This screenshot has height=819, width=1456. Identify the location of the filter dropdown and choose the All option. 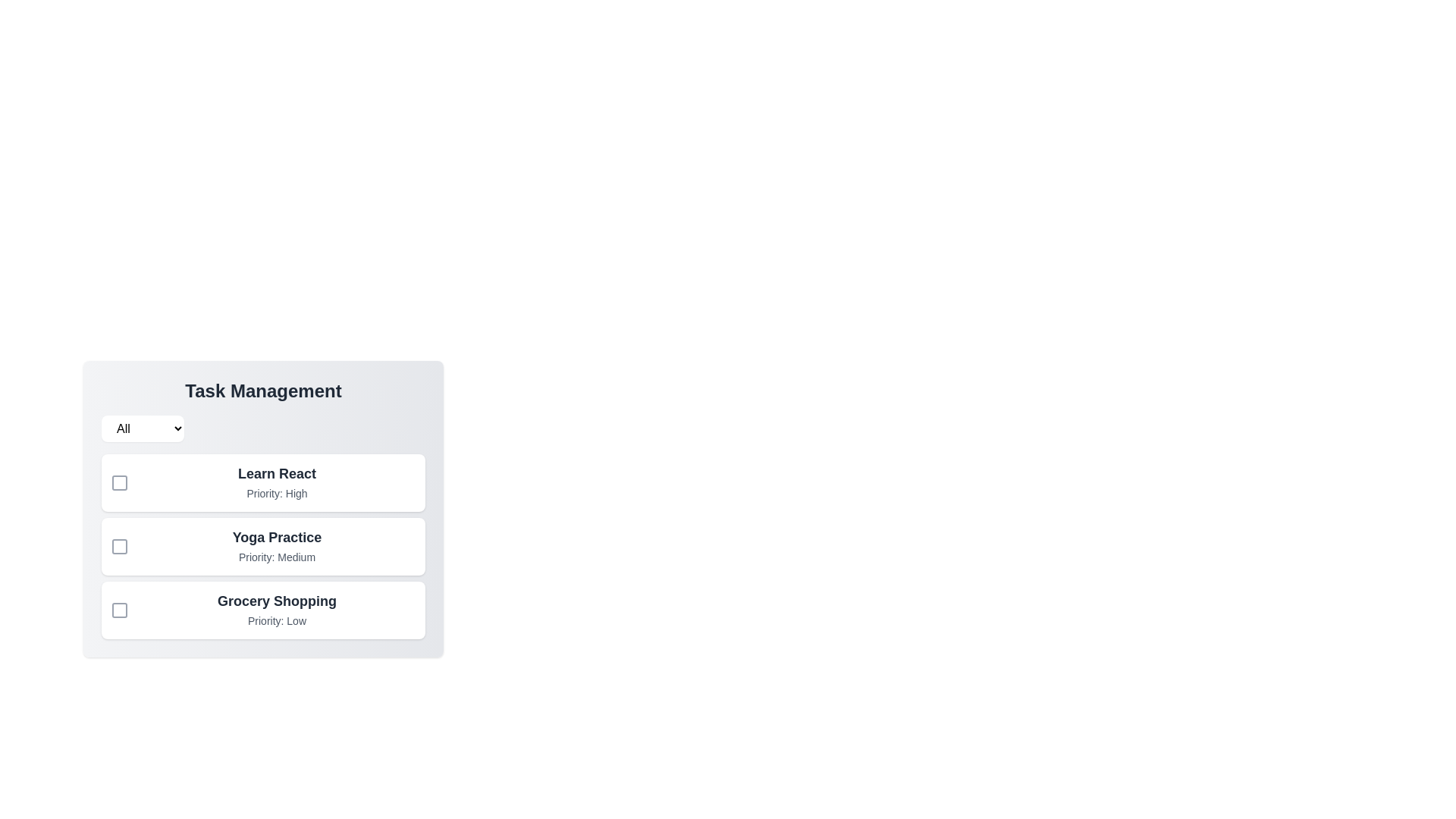
(143, 428).